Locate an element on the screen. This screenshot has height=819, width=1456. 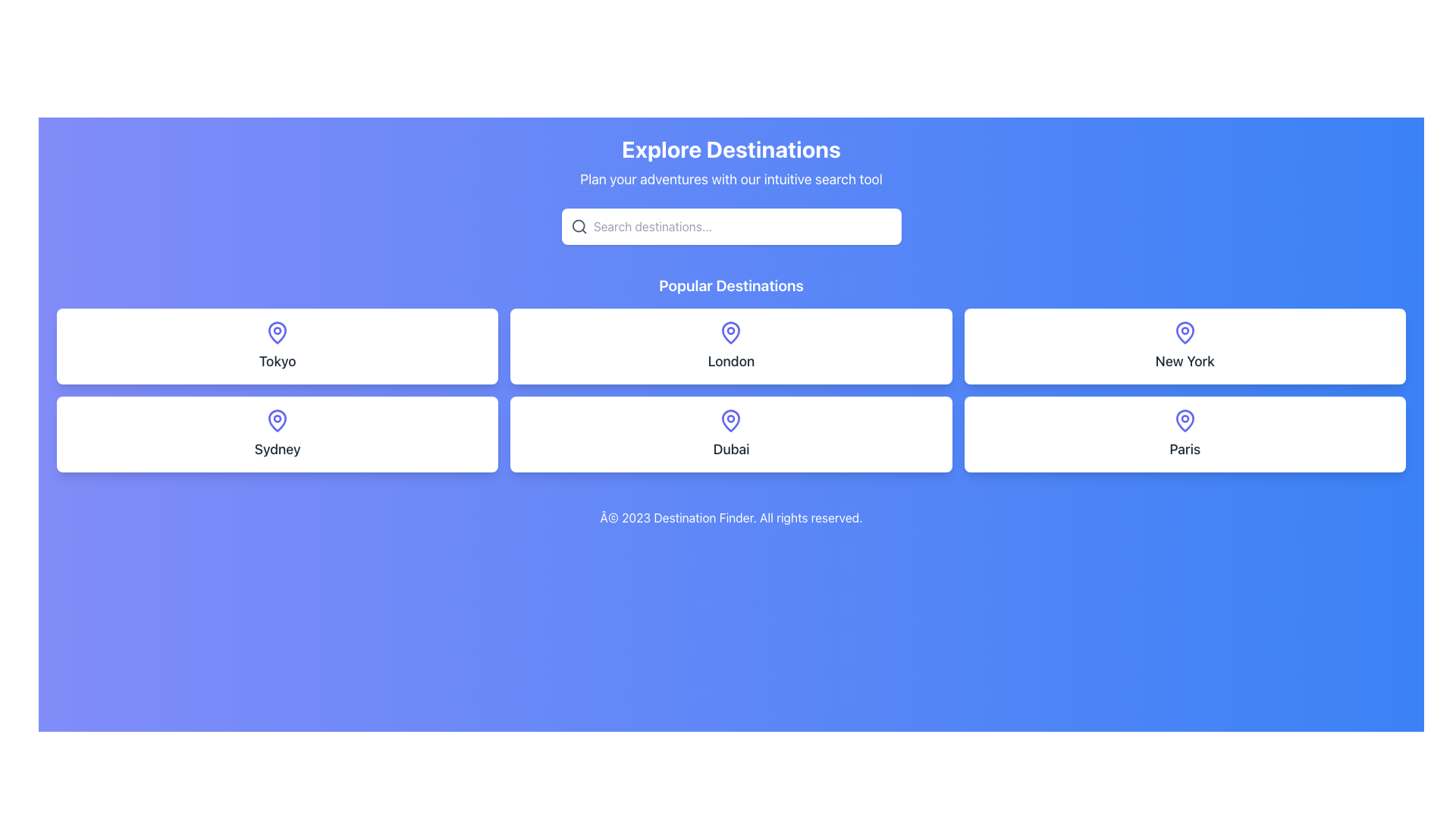
the map pin icon that is purple-indigo in color, located above the text 'Tokyo' in the first card of the 'Popular Destinations' section is located at coordinates (278, 332).